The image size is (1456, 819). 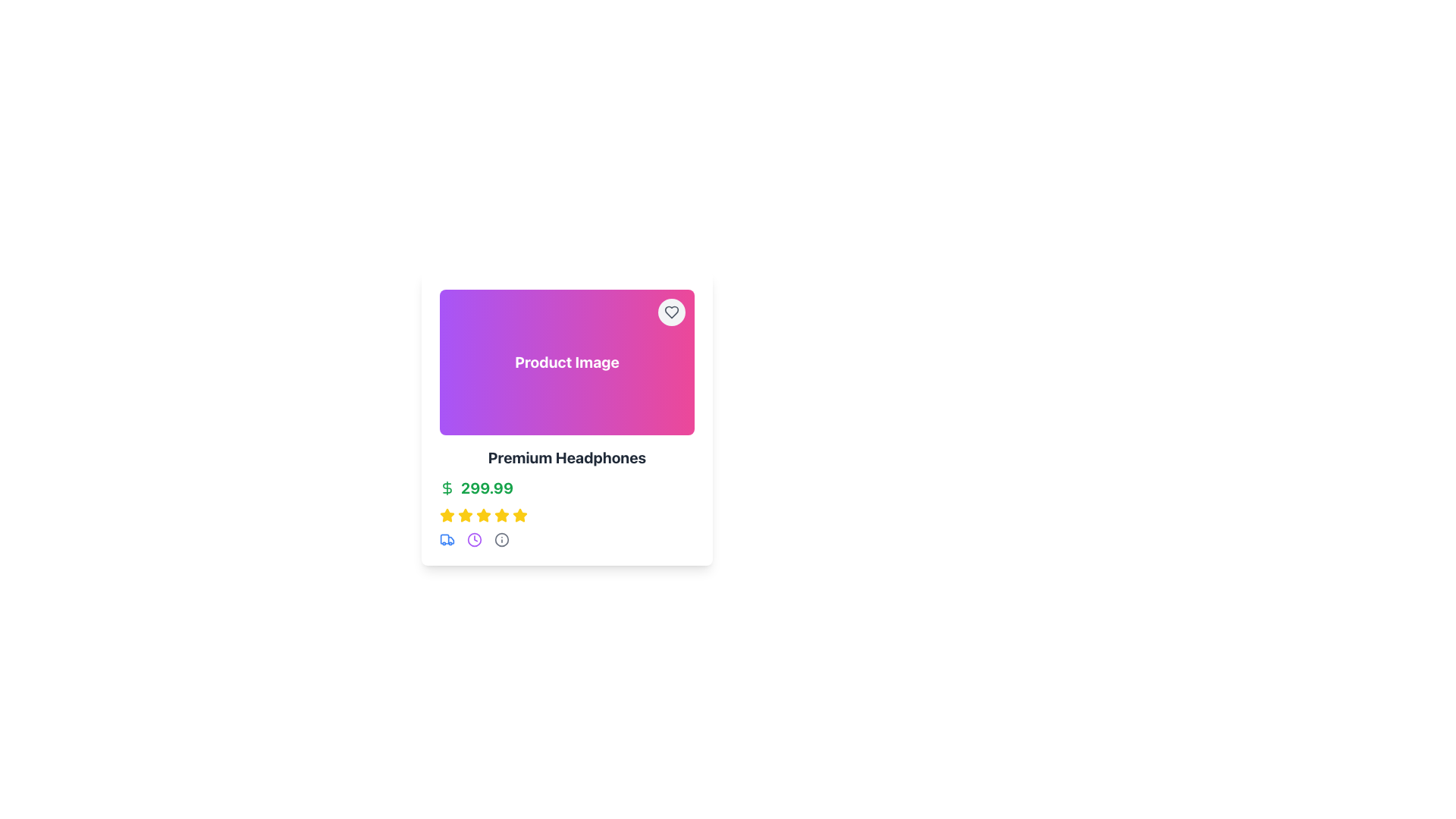 I want to click on the 'Premium Headphones' text label to make the tooltip visible, so click(x=566, y=457).